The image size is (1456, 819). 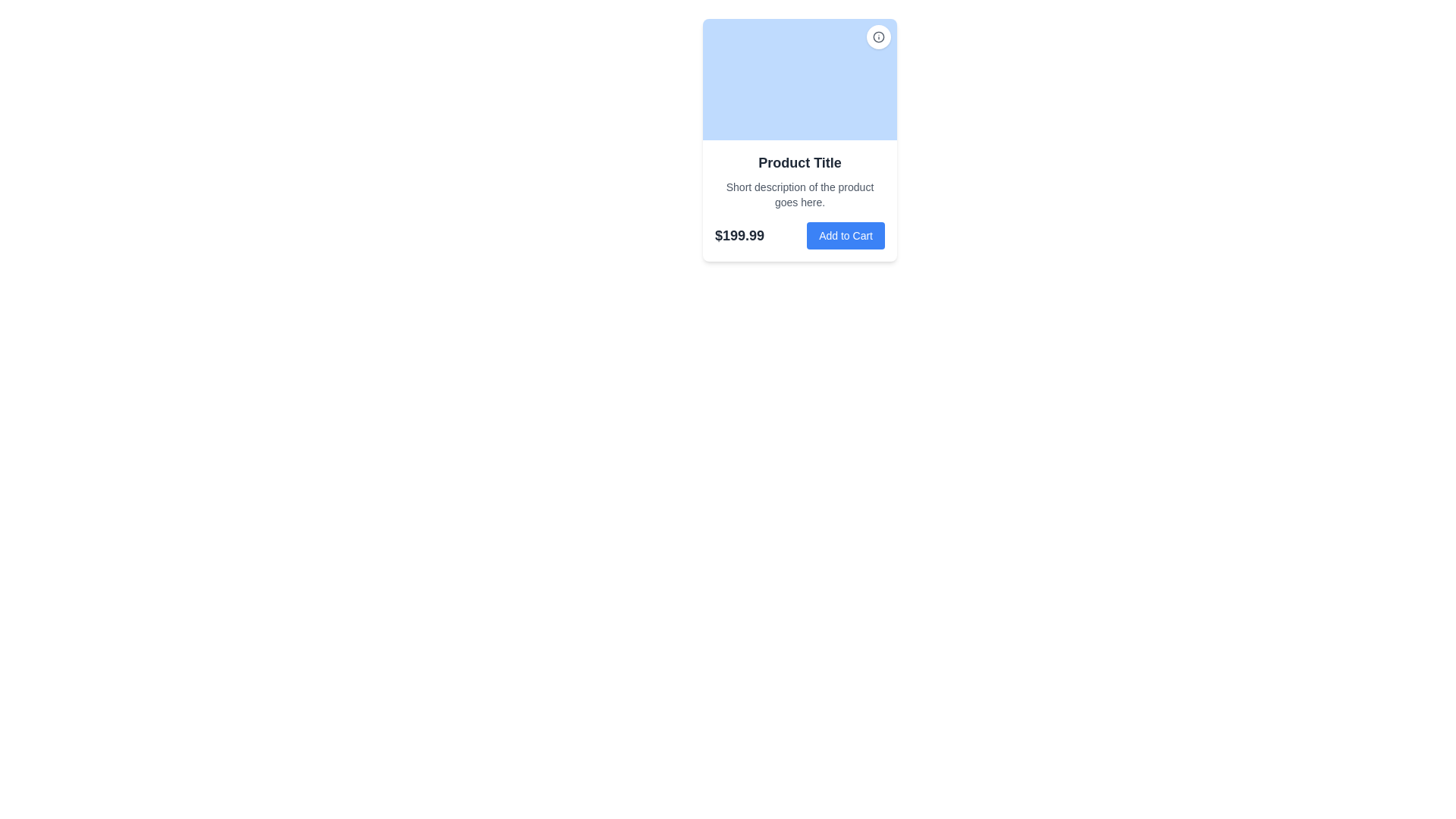 I want to click on the circular button with a white background and information icon in the top-right corner of the product card, so click(x=878, y=36).